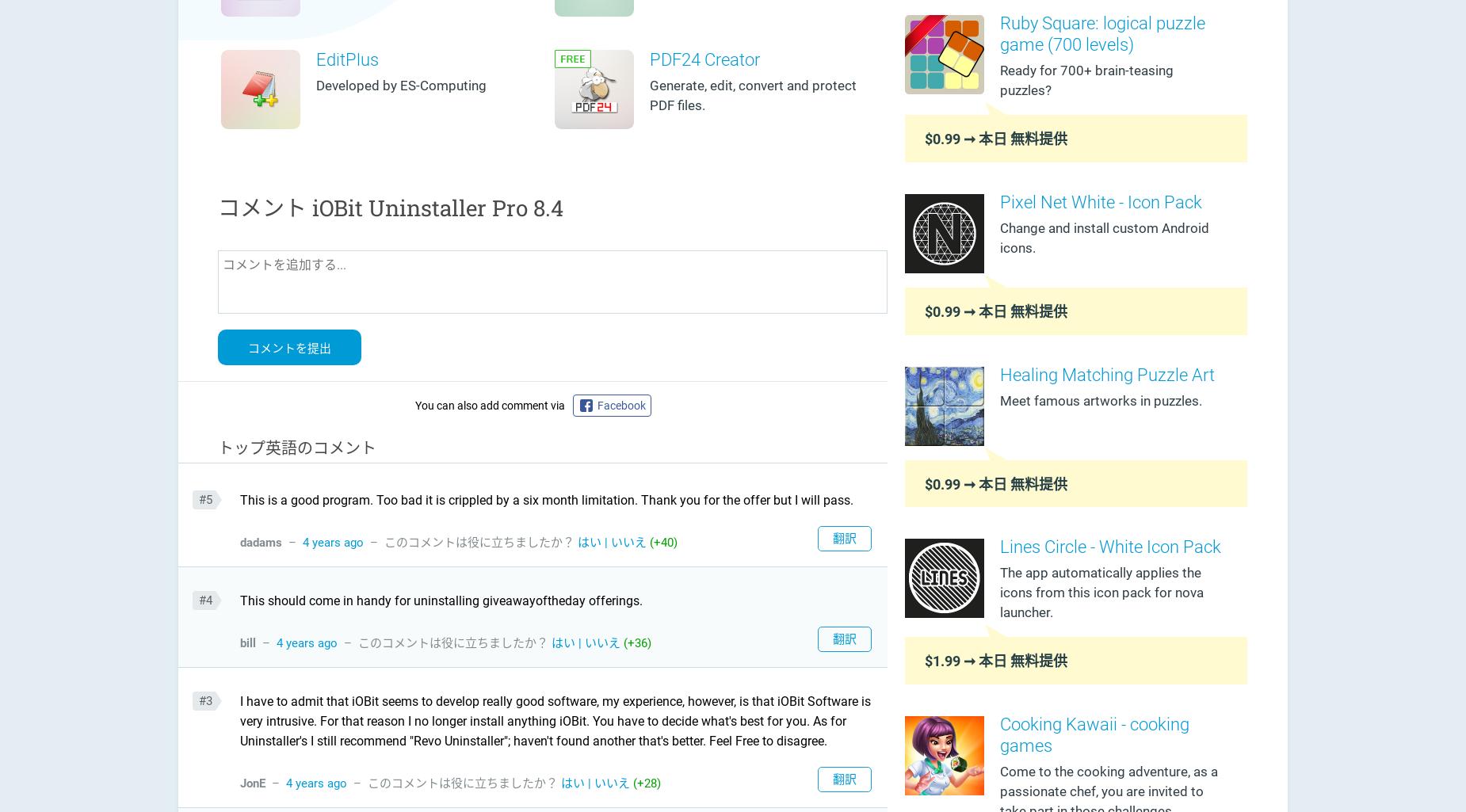  What do you see at coordinates (204, 599) in the screenshot?
I see `'#4'` at bounding box center [204, 599].